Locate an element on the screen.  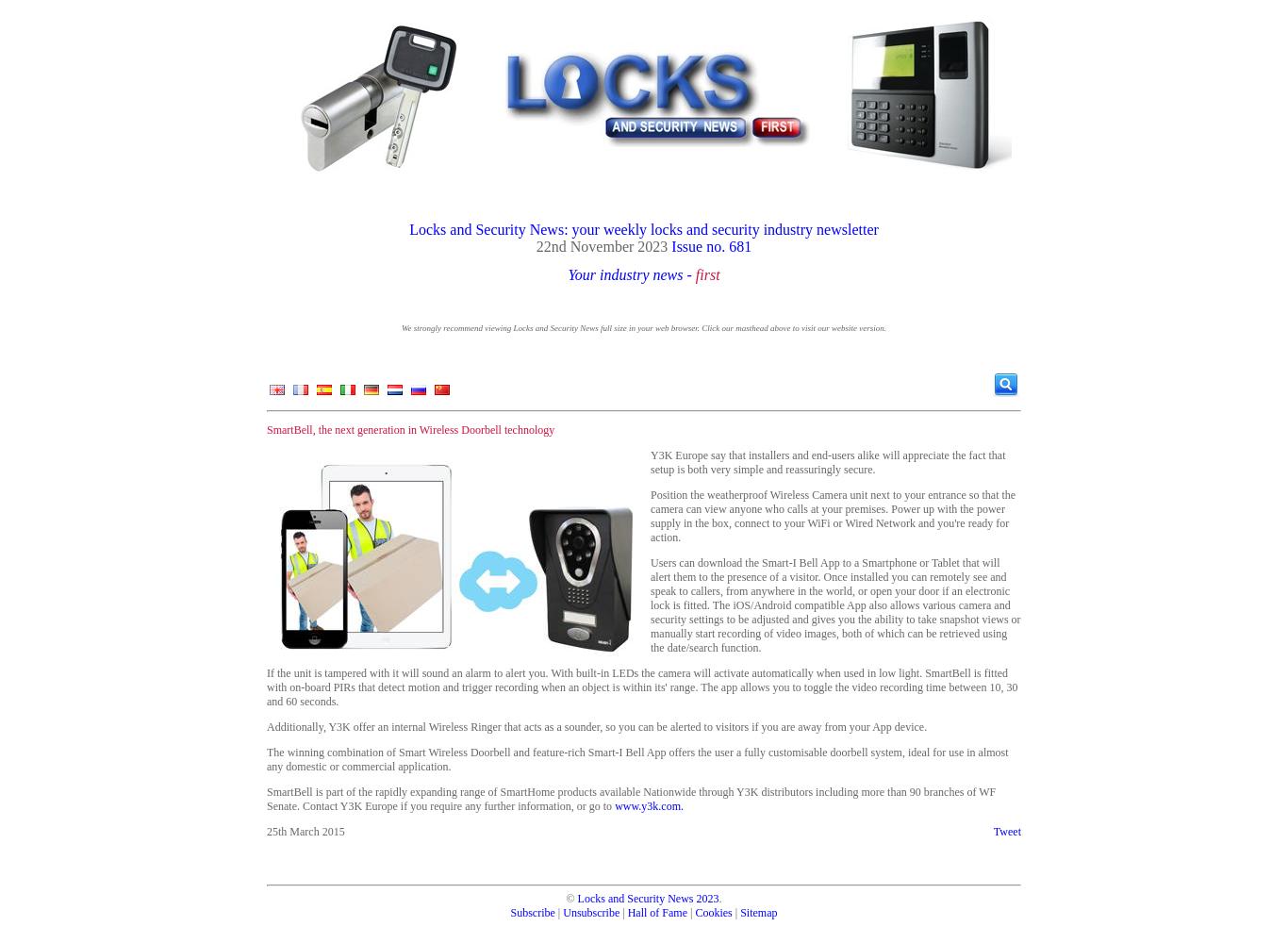
'SmartBell is part of the rapidly expanding range of SmartHome products available Nationwide through Y3K distributors including more than 90 branches of WF Senate. Contact Y3K Europe if you require any further information, or go to' is located at coordinates (630, 798).